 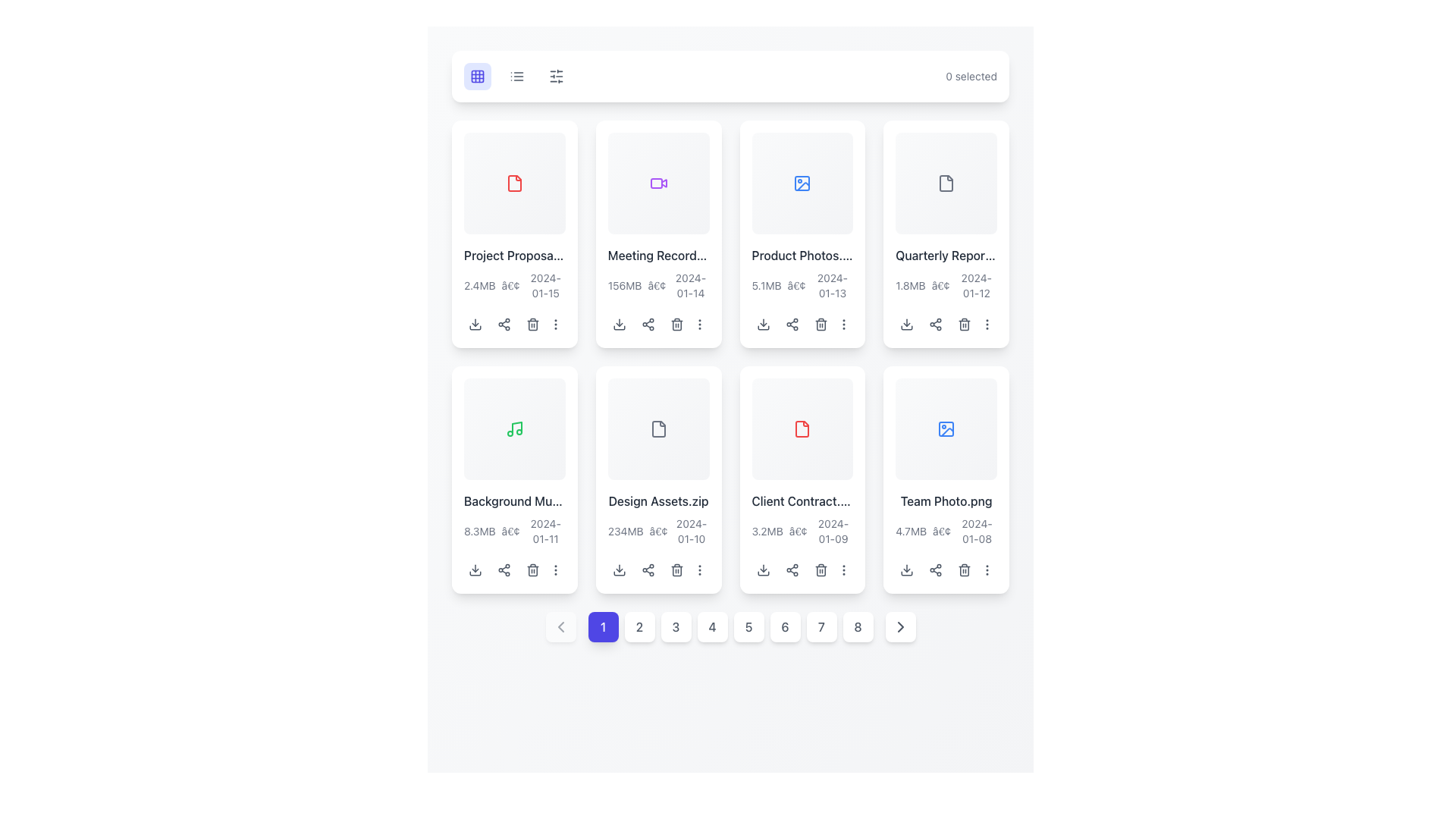 I want to click on the Image Placeholder element, which is a square area with a gradient background and an image representation icon at its center, located within the fifth card of the file grid, so click(x=946, y=428).